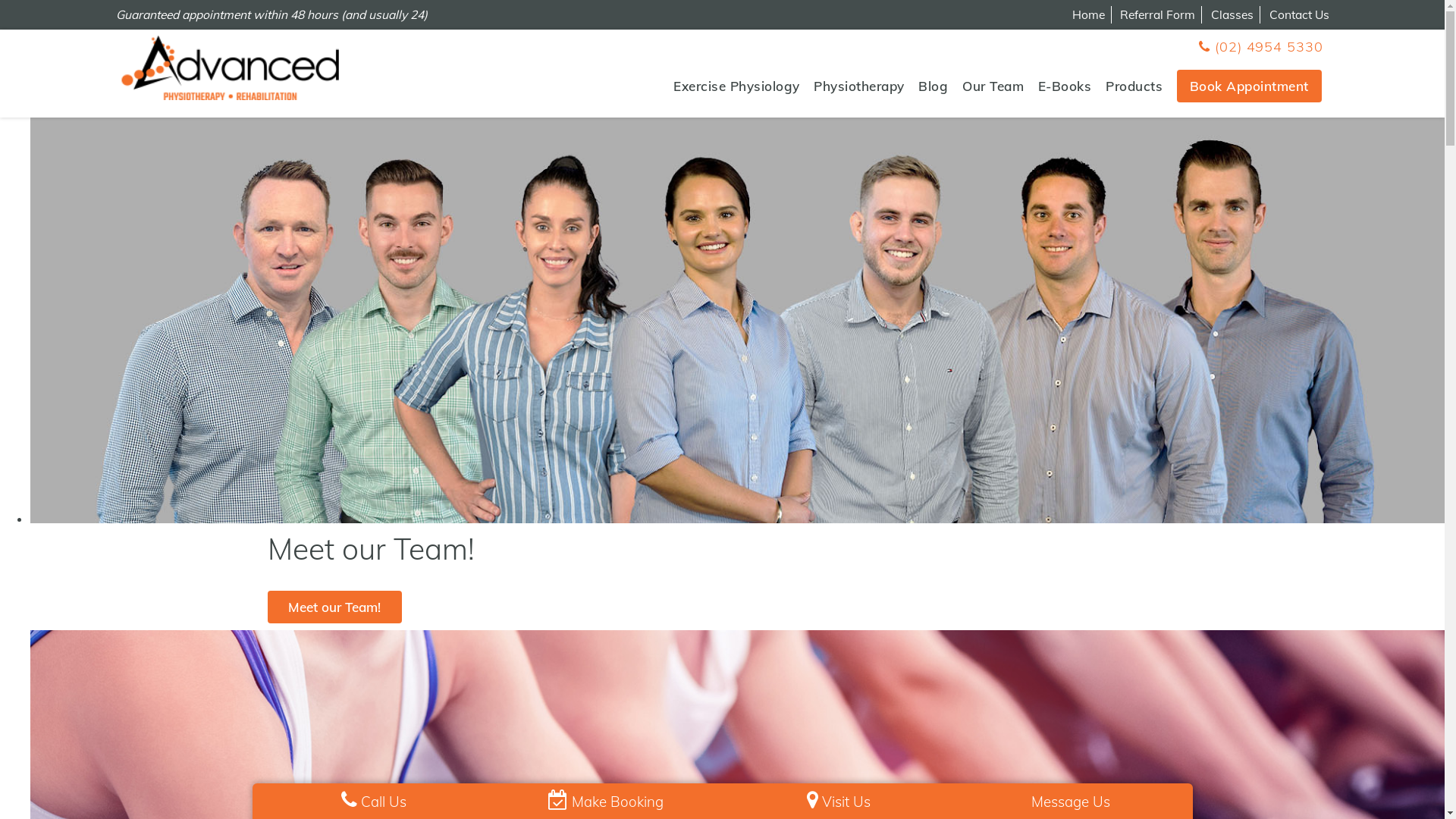 This screenshot has height=819, width=1456. Describe the element at coordinates (1249, 86) in the screenshot. I see `'Book Appointment'` at that location.